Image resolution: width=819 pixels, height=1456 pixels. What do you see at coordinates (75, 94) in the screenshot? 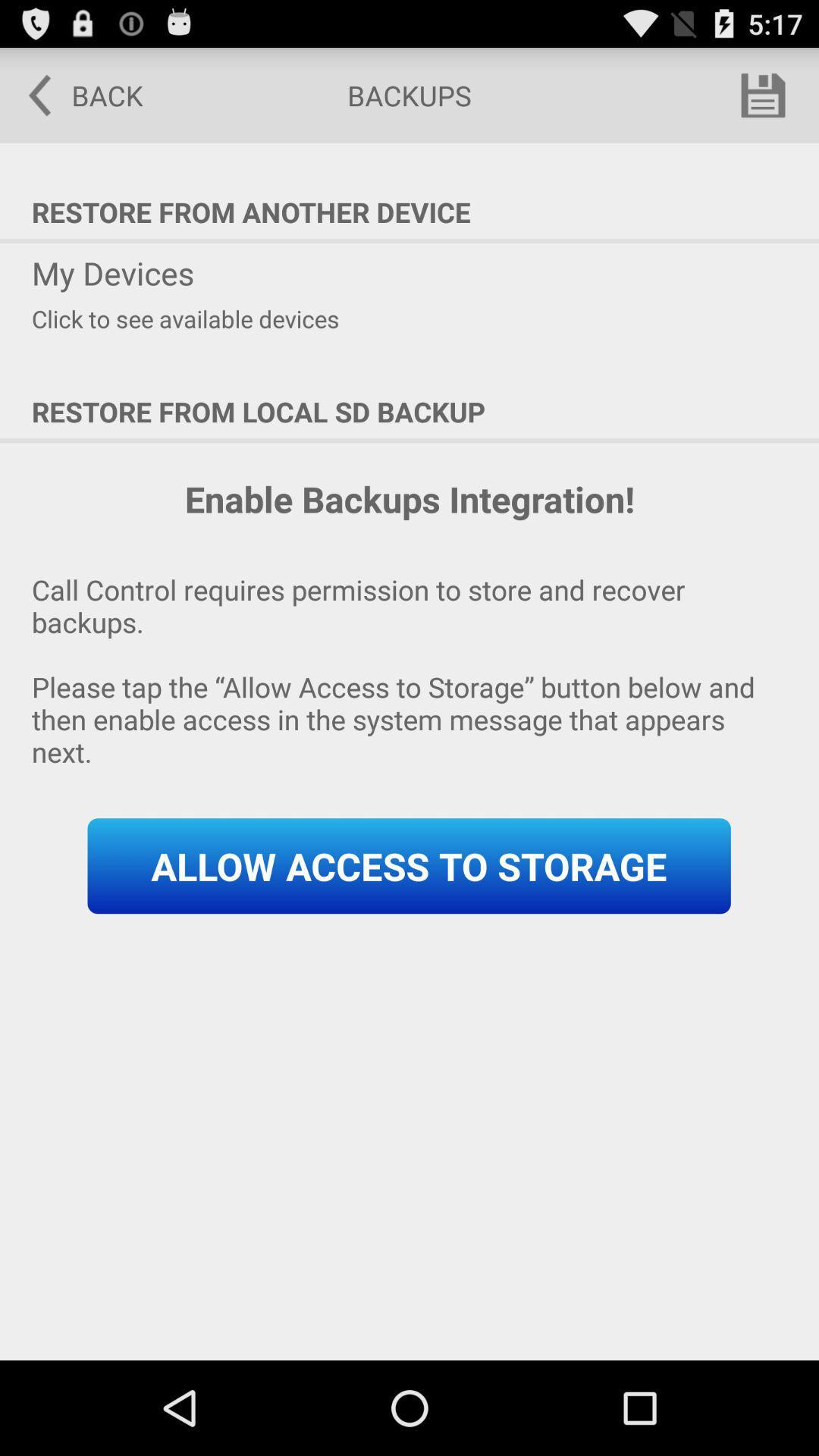
I see `the back icon` at bounding box center [75, 94].